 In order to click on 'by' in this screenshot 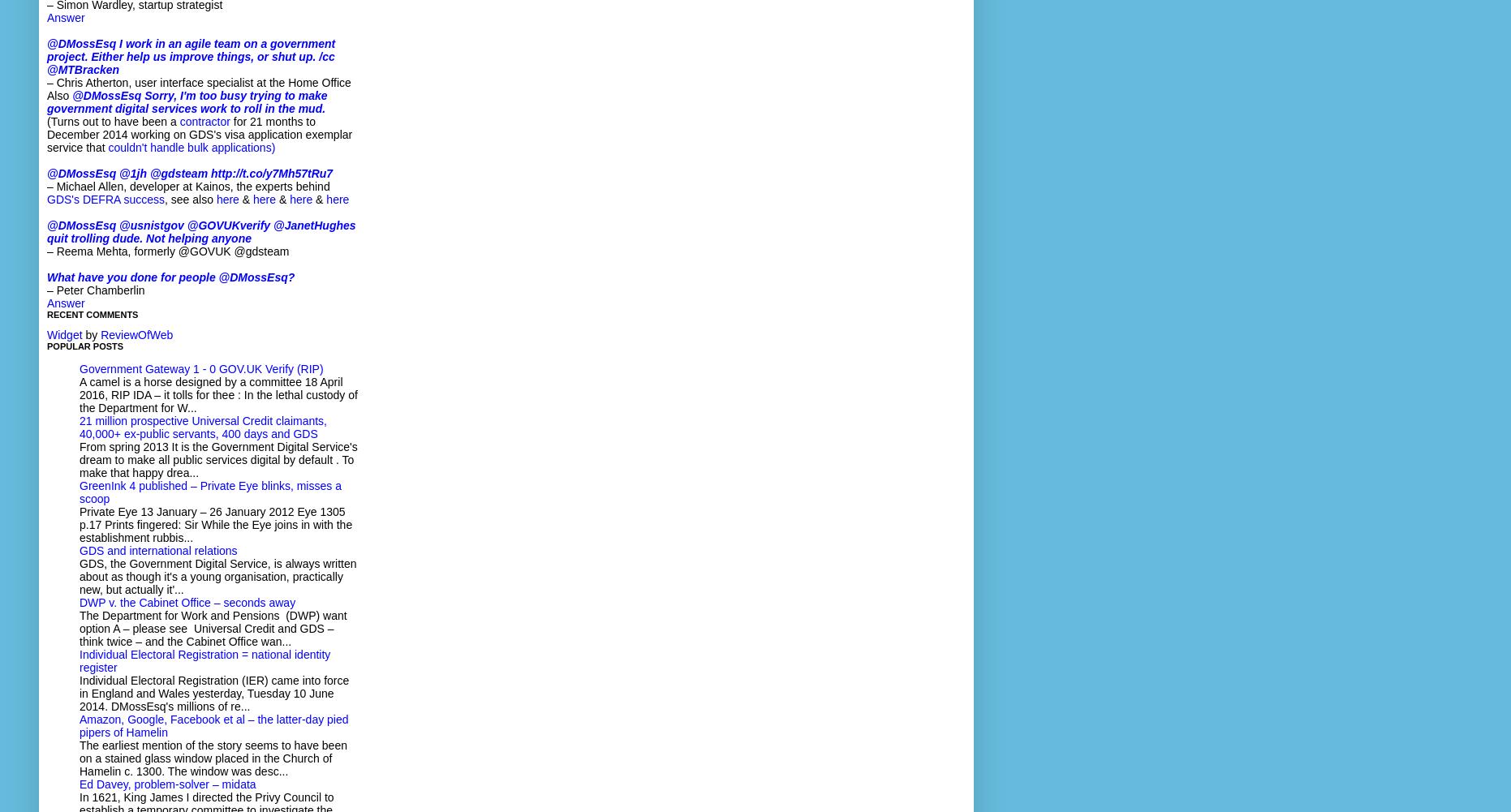, I will do `click(85, 334)`.